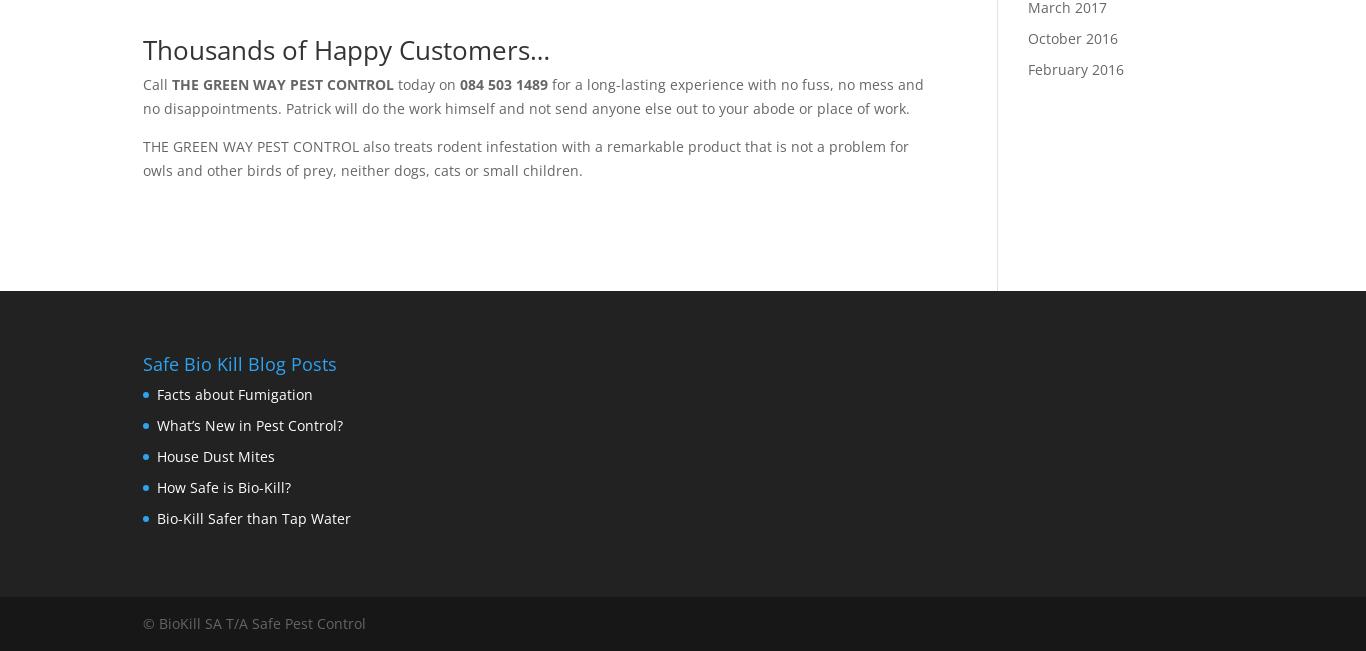 The image size is (1366, 651). Describe the element at coordinates (1074, 68) in the screenshot. I see `'February 2016'` at that location.